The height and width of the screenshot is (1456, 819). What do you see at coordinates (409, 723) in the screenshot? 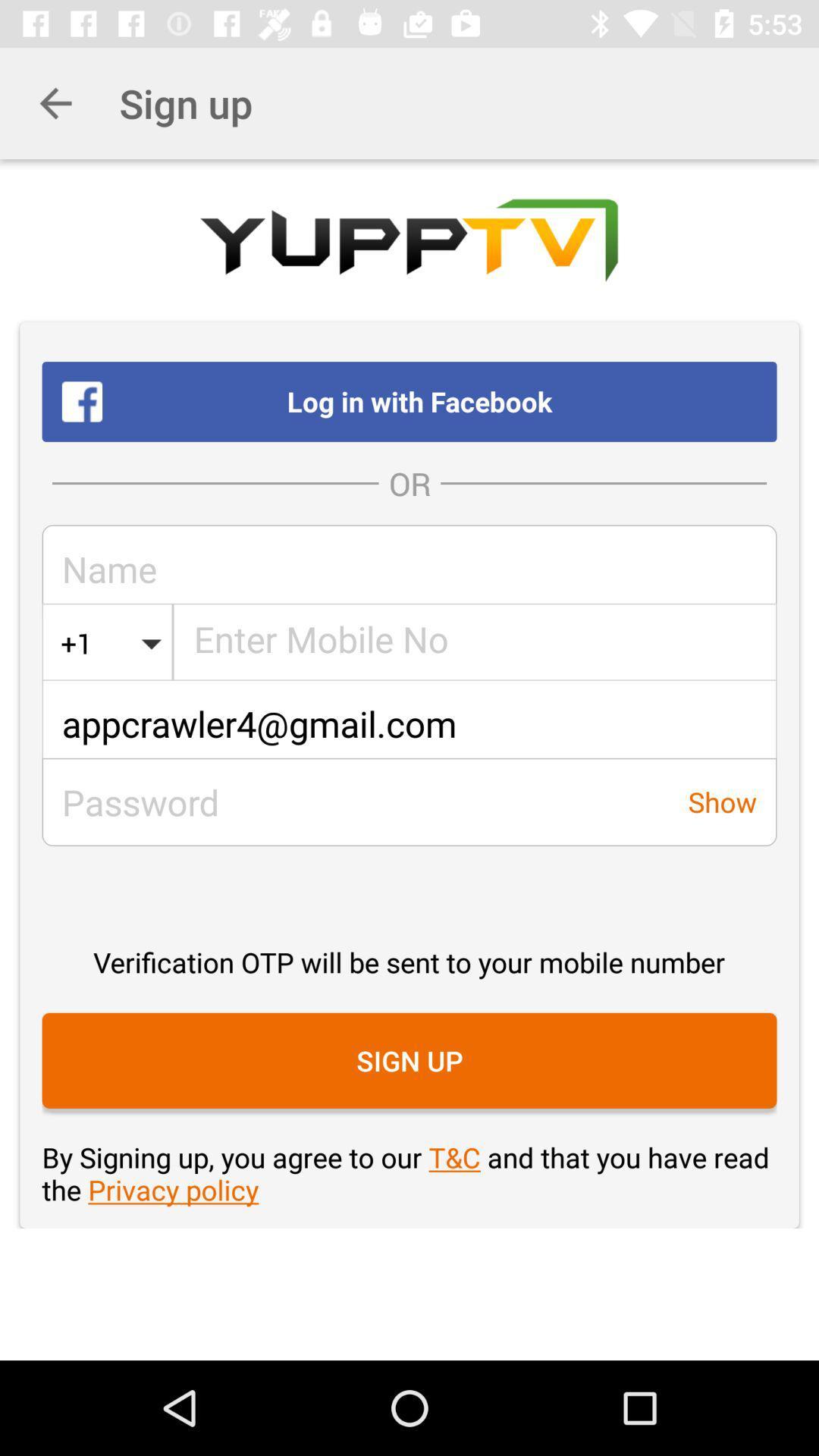
I see `item below the +1 icon` at bounding box center [409, 723].